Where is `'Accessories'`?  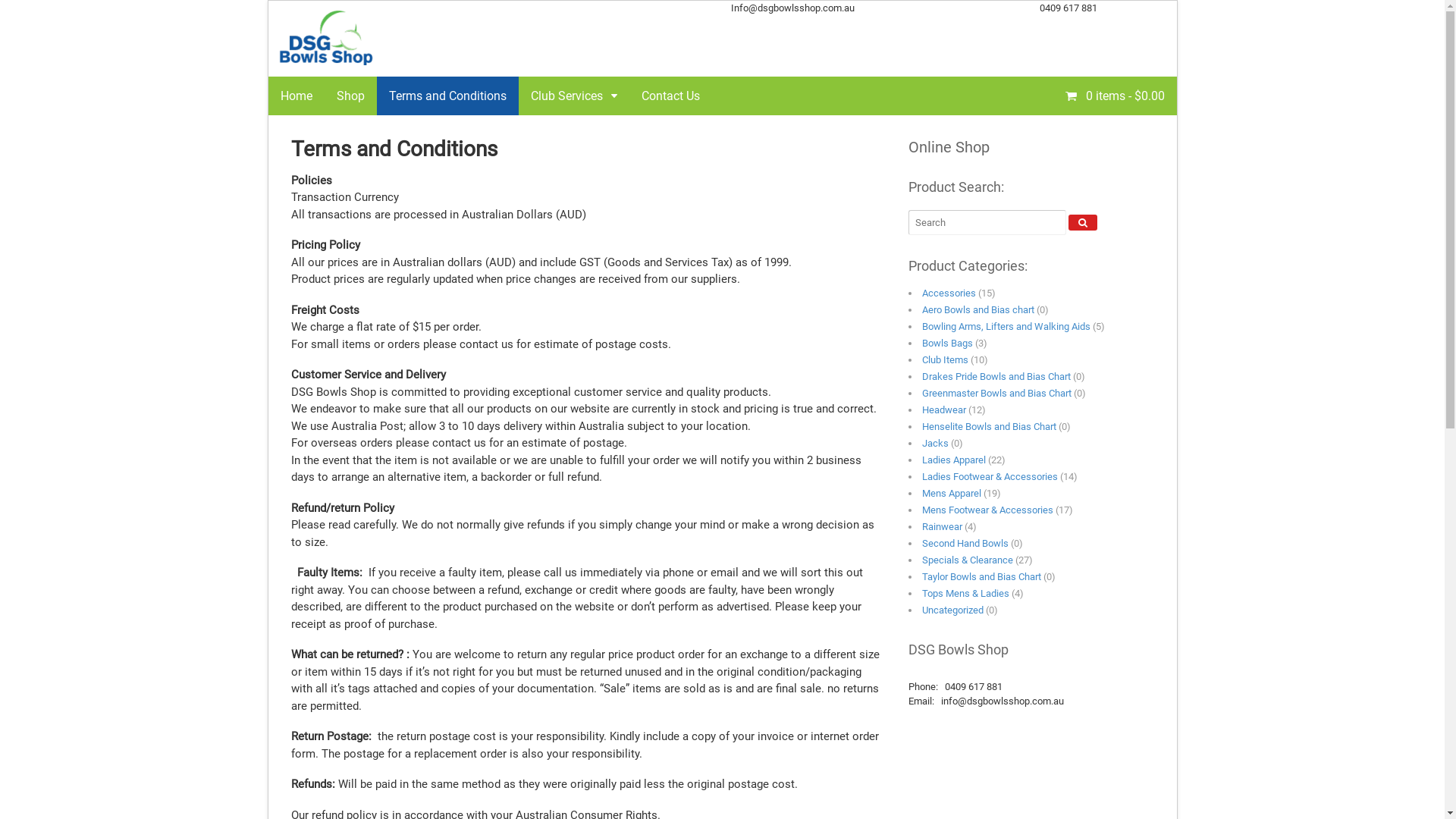
'Accessories' is located at coordinates (921, 293).